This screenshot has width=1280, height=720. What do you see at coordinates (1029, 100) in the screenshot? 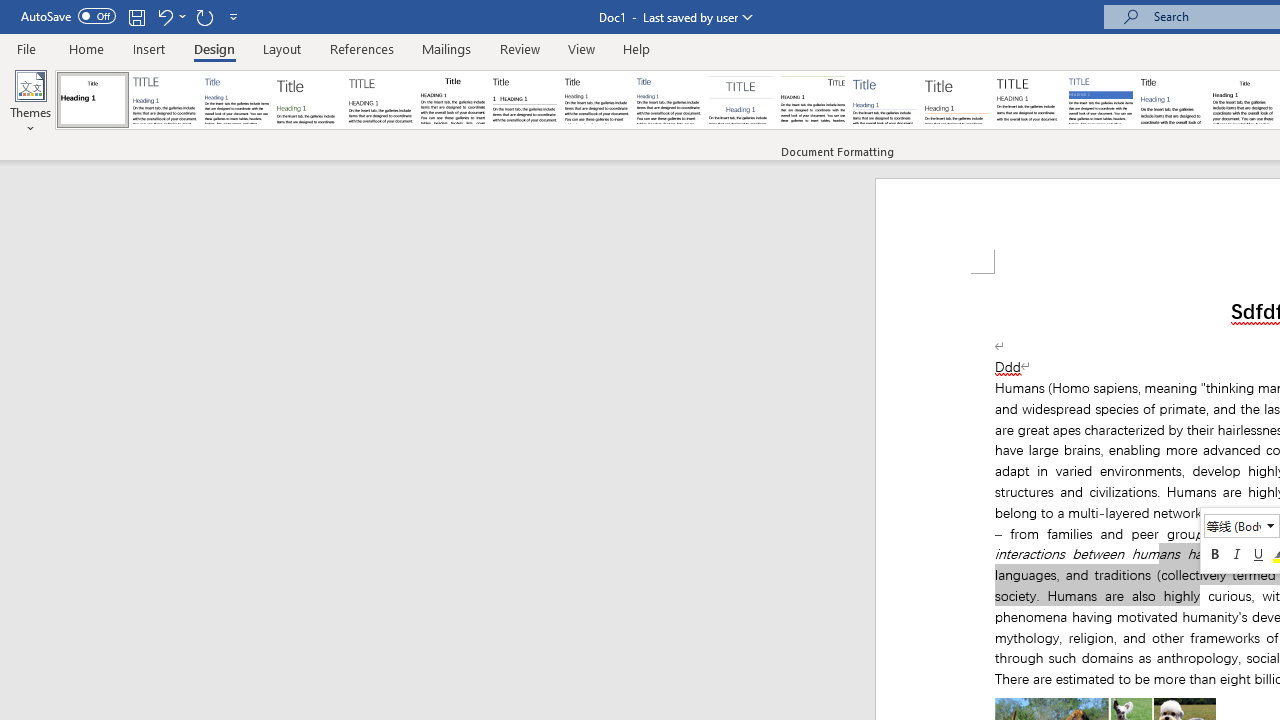
I see `'Minimalist'` at bounding box center [1029, 100].